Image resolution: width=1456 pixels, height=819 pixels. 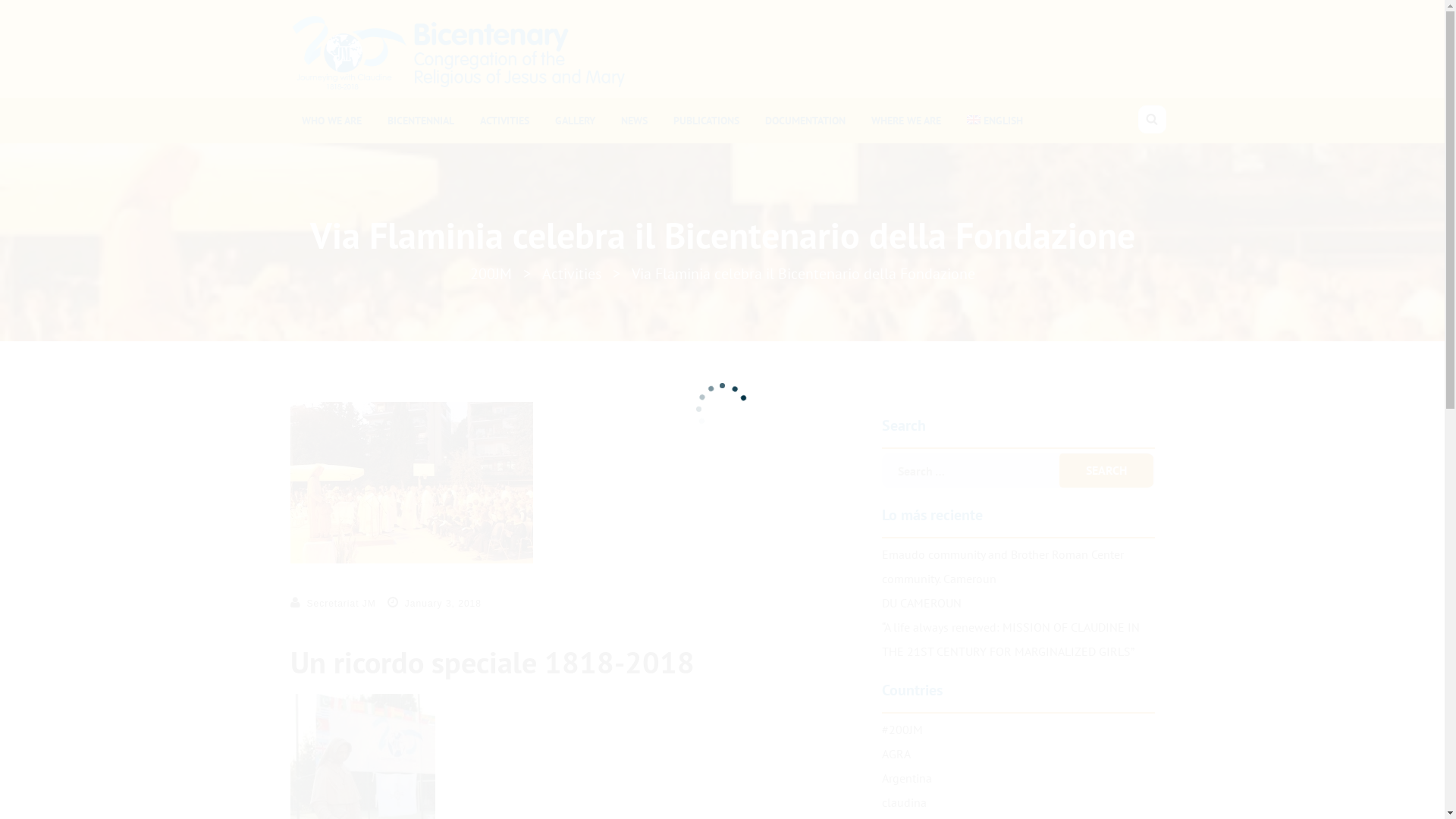 I want to click on 'GALLERY', so click(x=573, y=119).